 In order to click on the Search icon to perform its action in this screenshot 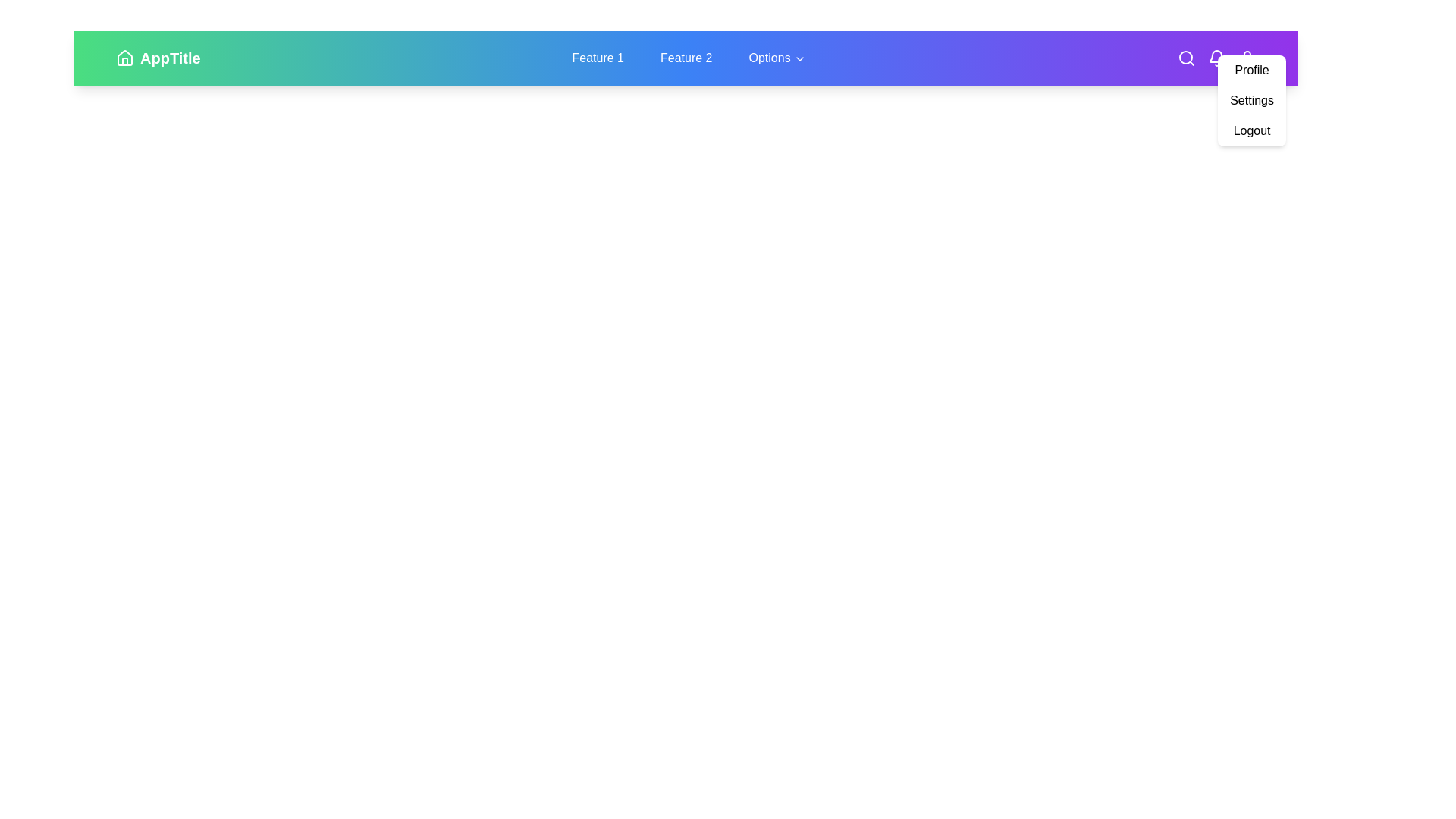, I will do `click(1185, 58)`.